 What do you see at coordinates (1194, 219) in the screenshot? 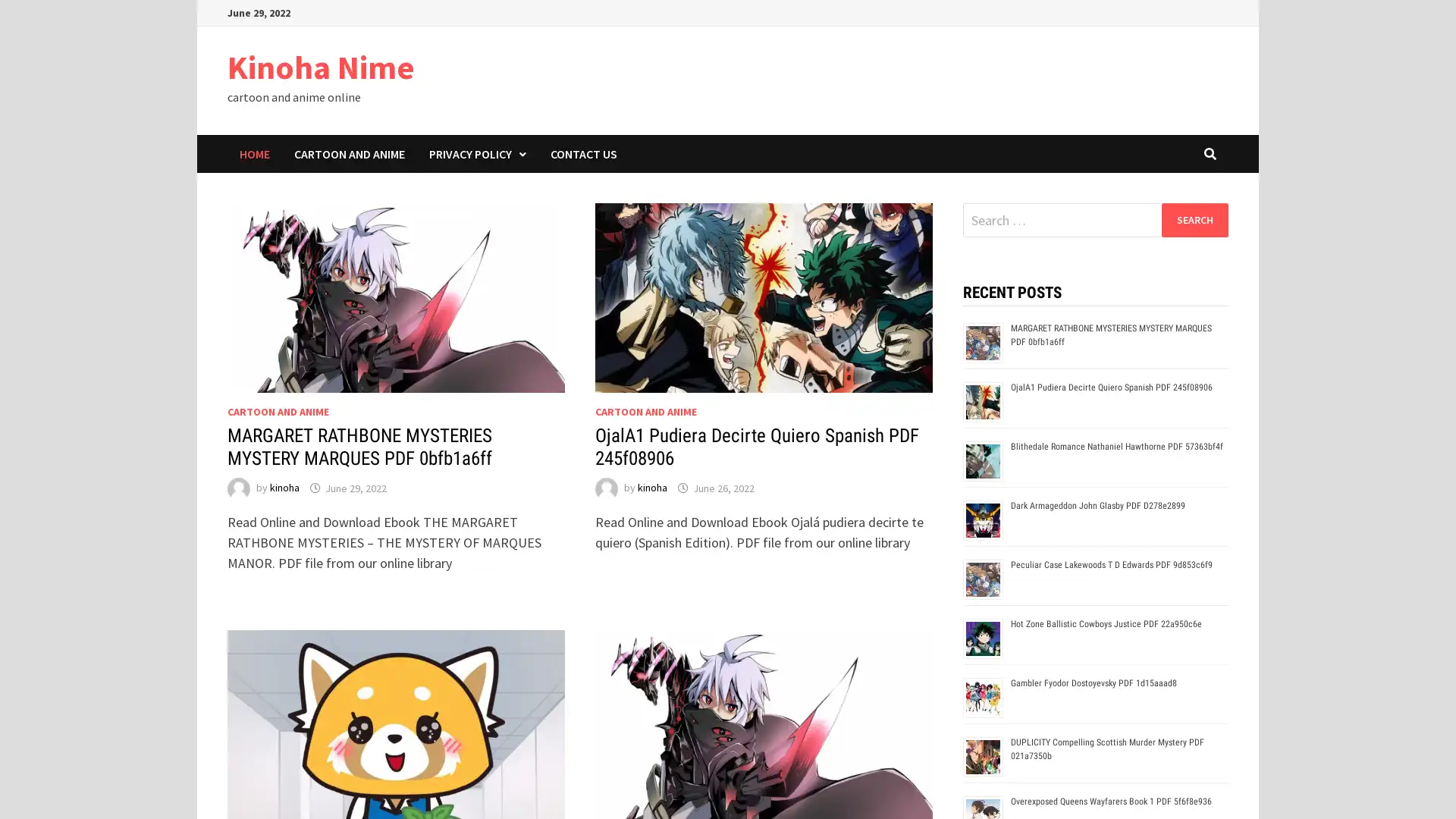
I see `Search` at bounding box center [1194, 219].